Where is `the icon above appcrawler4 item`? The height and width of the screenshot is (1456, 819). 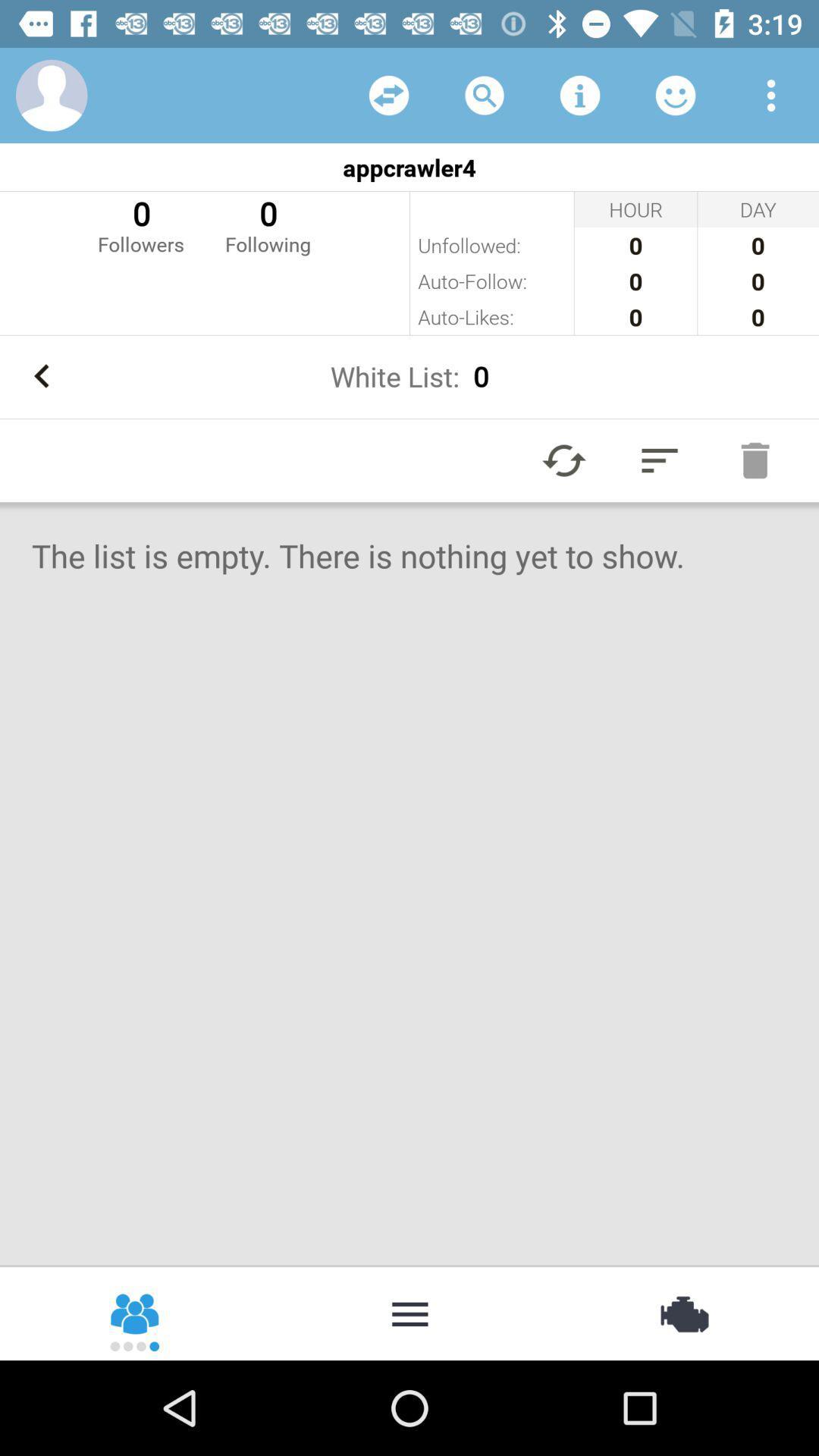
the icon above appcrawler4 item is located at coordinates (51, 94).